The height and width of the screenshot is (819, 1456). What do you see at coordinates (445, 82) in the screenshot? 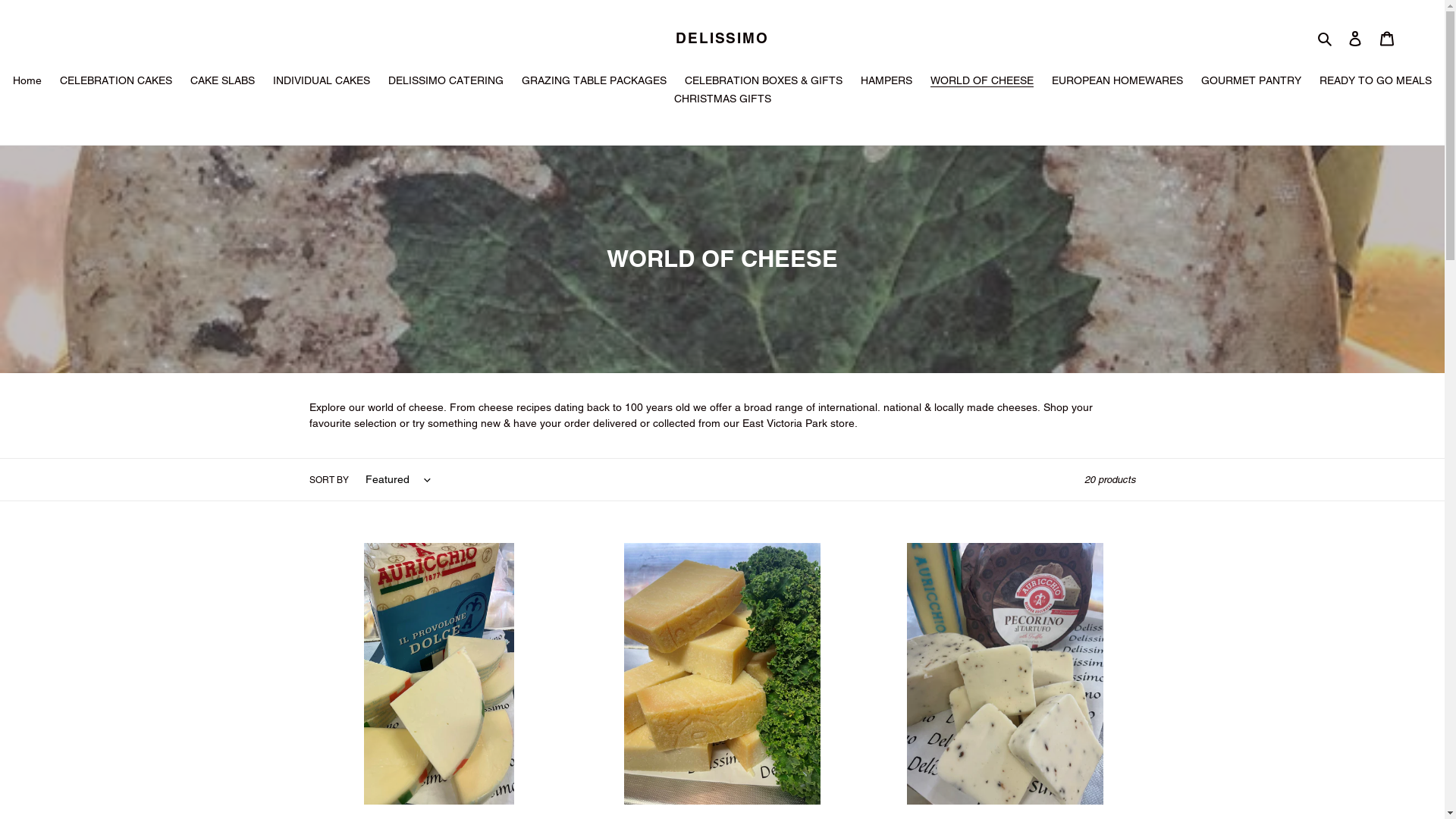
I see `'DELISSIMO CATERING'` at bounding box center [445, 82].